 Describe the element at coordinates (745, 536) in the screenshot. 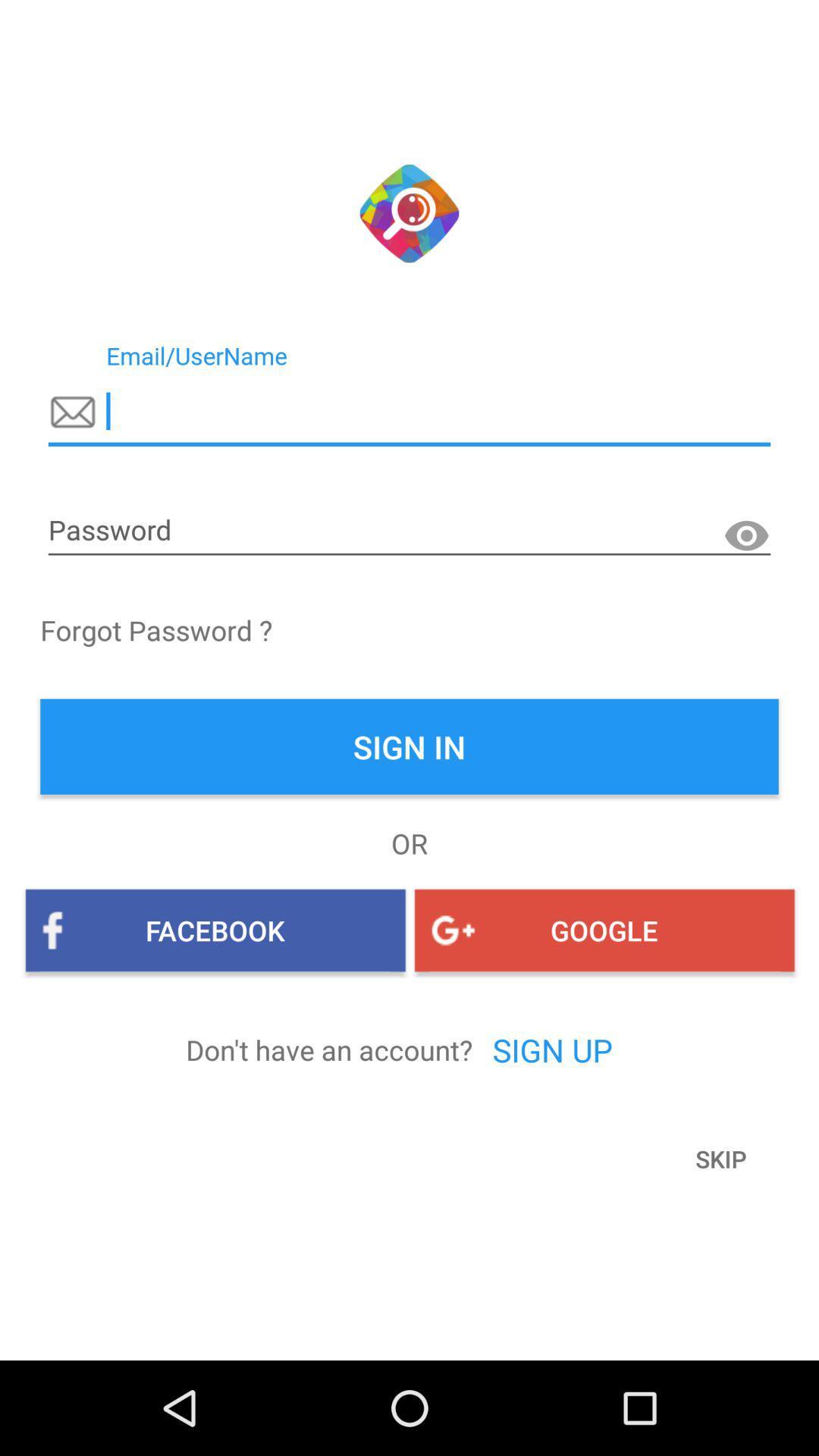

I see `watch` at that location.